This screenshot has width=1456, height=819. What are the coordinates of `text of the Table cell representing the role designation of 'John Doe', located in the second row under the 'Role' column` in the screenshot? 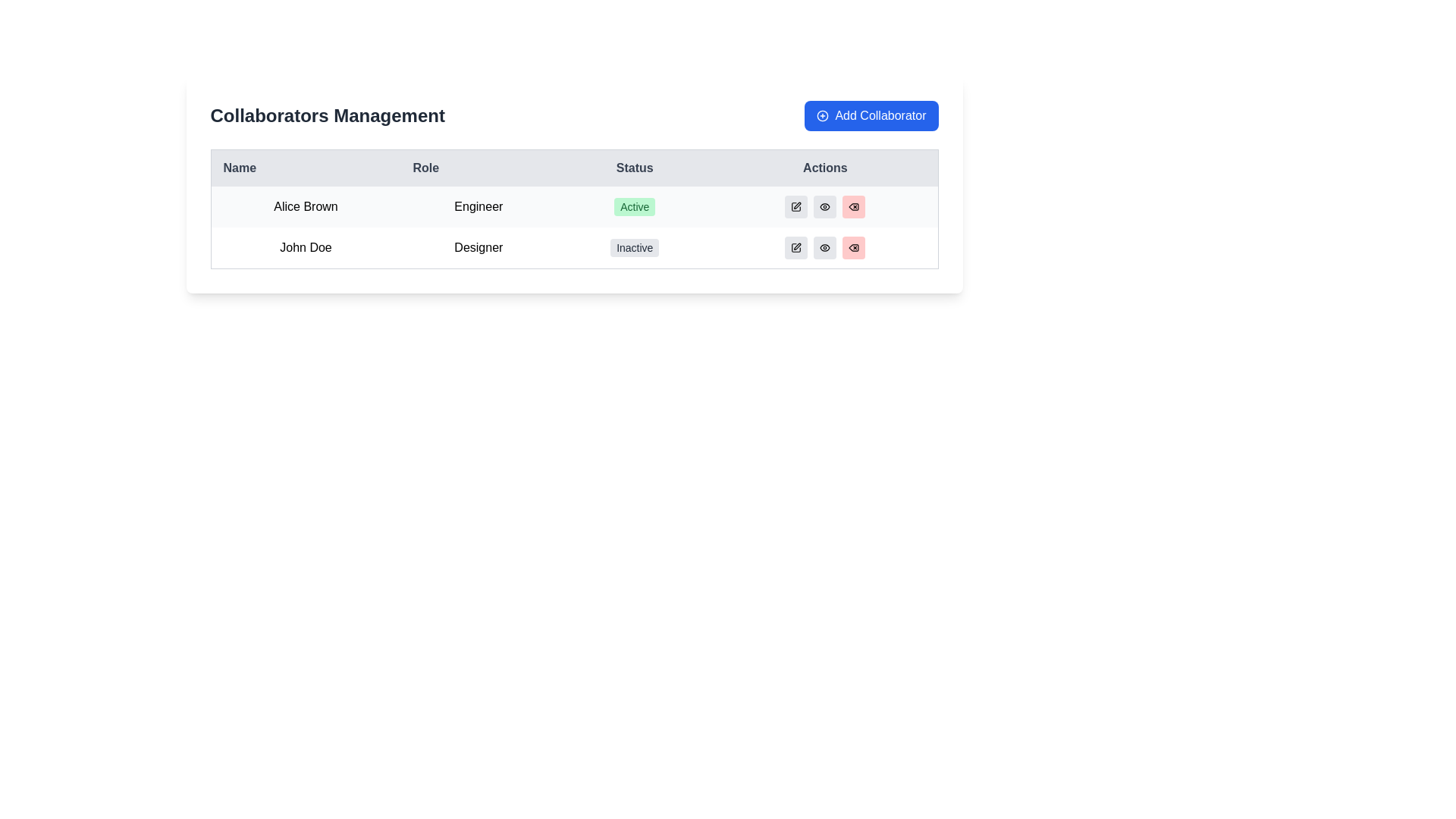 It's located at (478, 247).